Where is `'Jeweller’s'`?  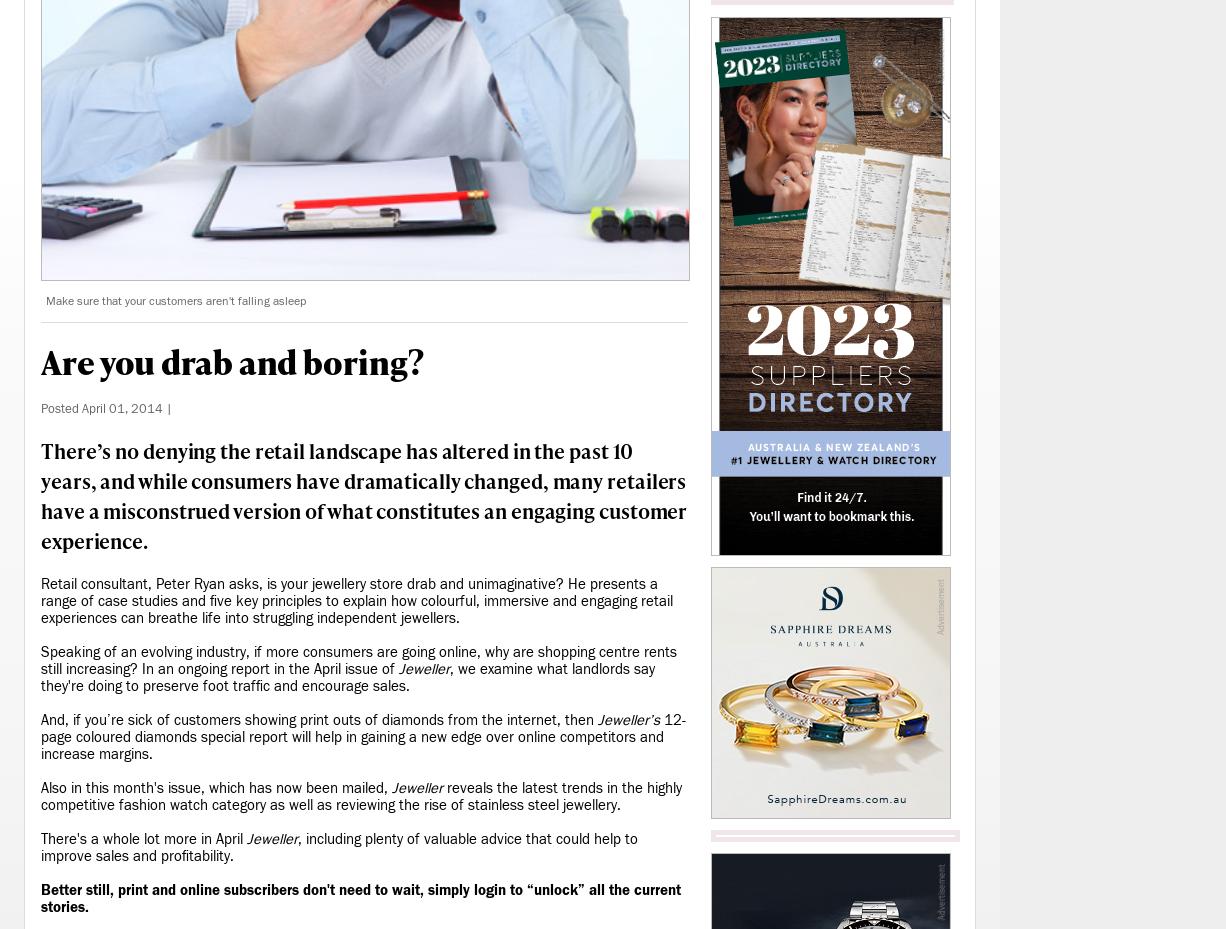
'Jeweller’s' is located at coordinates (629, 720).